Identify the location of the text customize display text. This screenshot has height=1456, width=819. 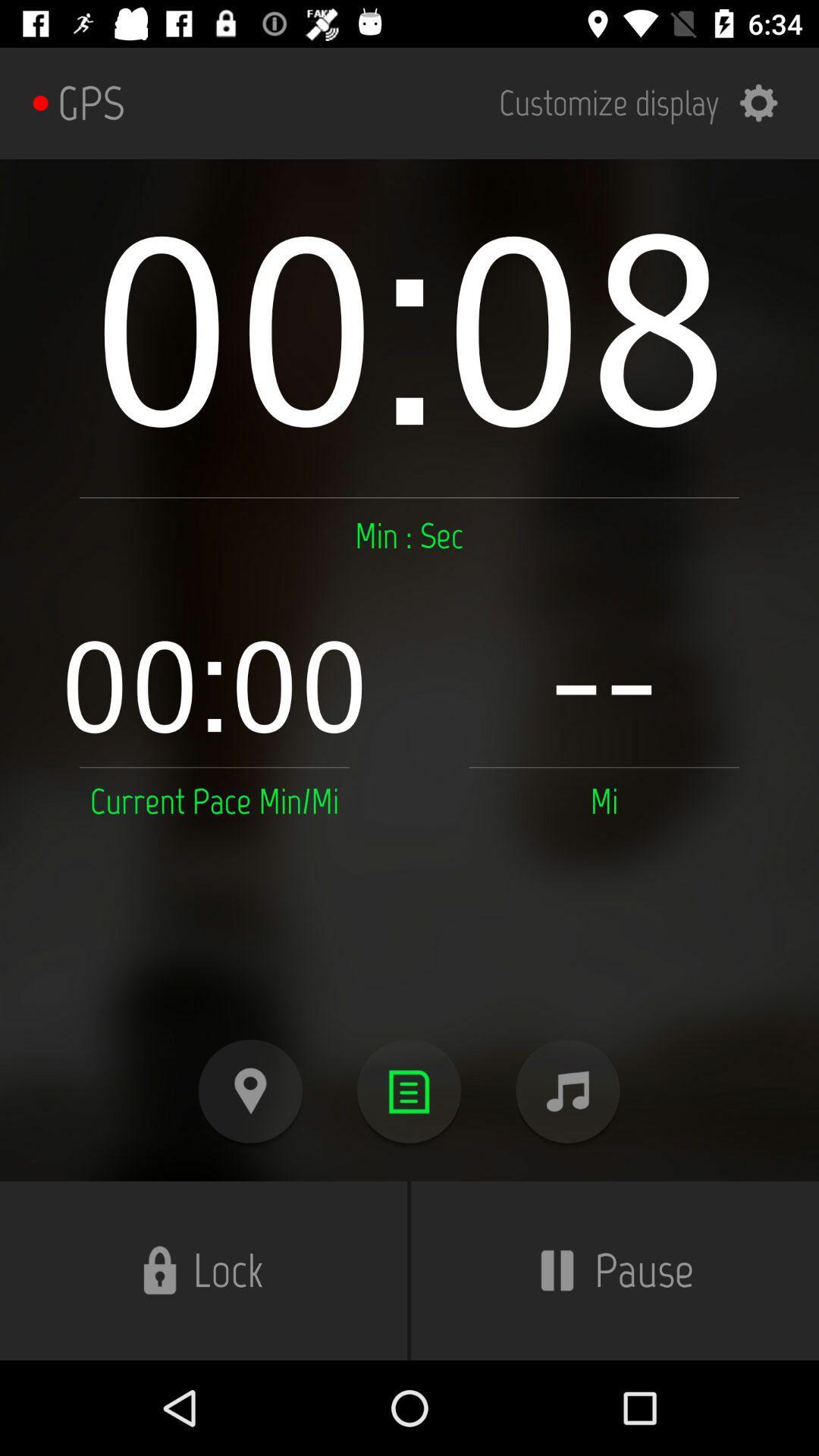
(648, 102).